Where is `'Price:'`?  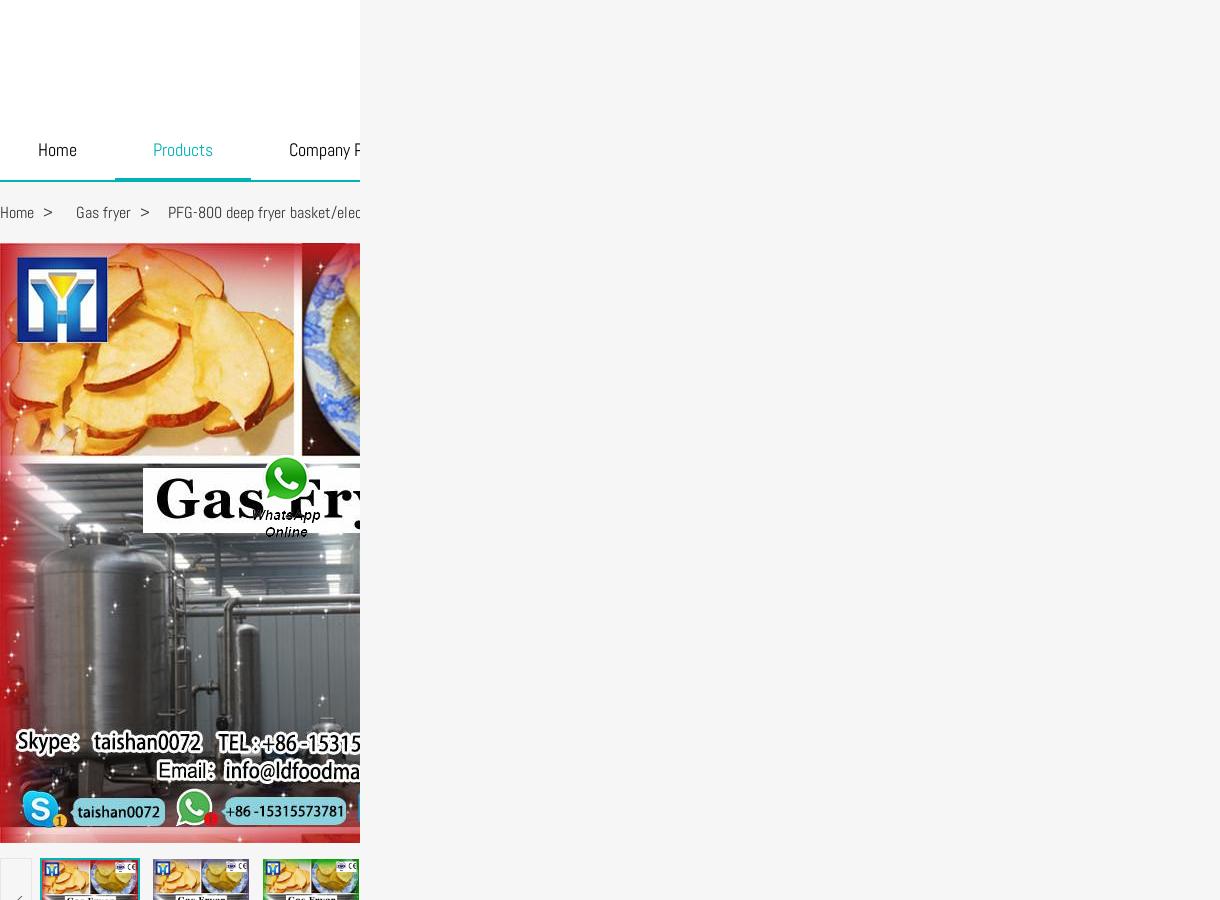
'Price:' is located at coordinates (644, 335).